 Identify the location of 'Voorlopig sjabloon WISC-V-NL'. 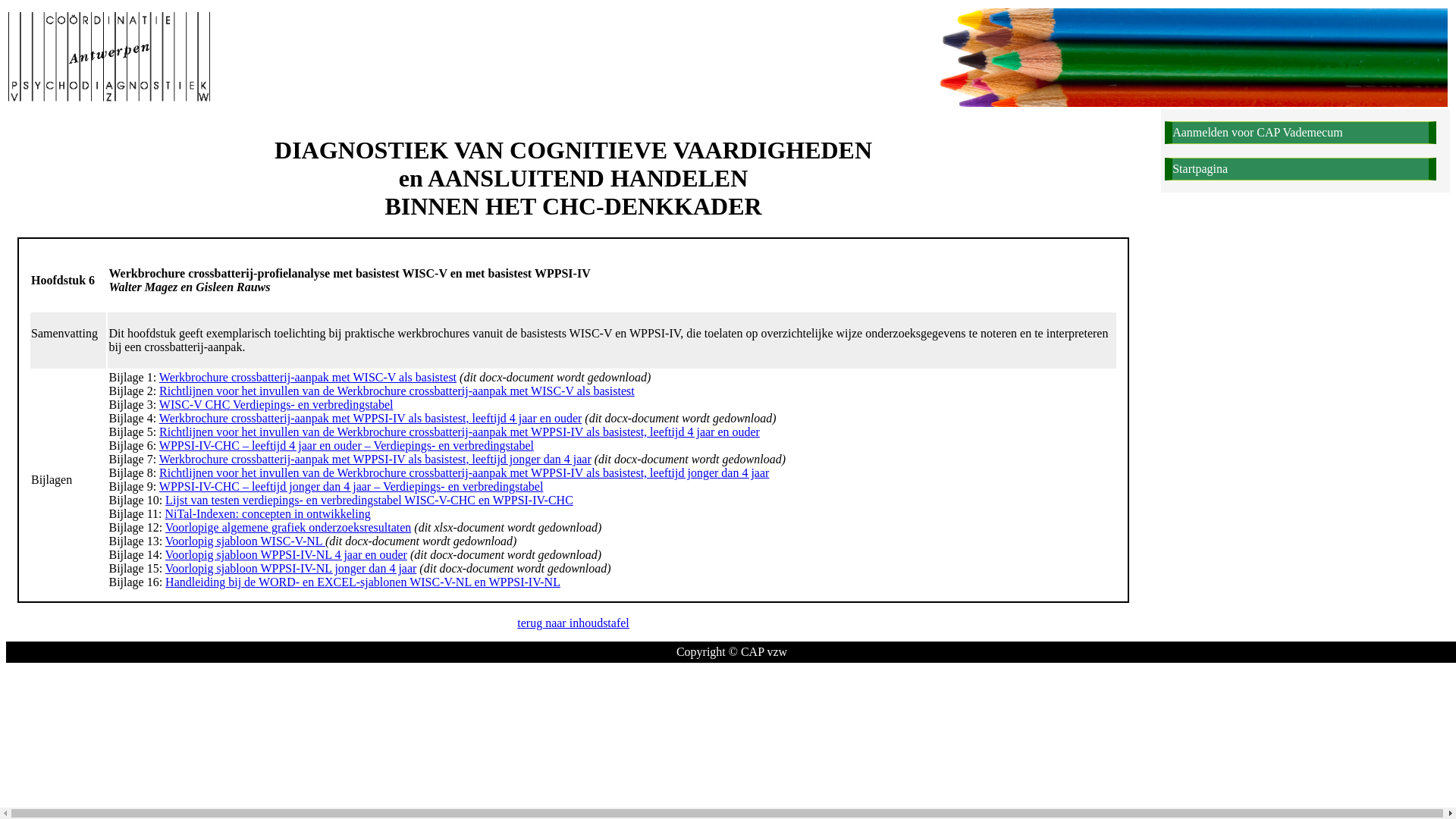
(245, 540).